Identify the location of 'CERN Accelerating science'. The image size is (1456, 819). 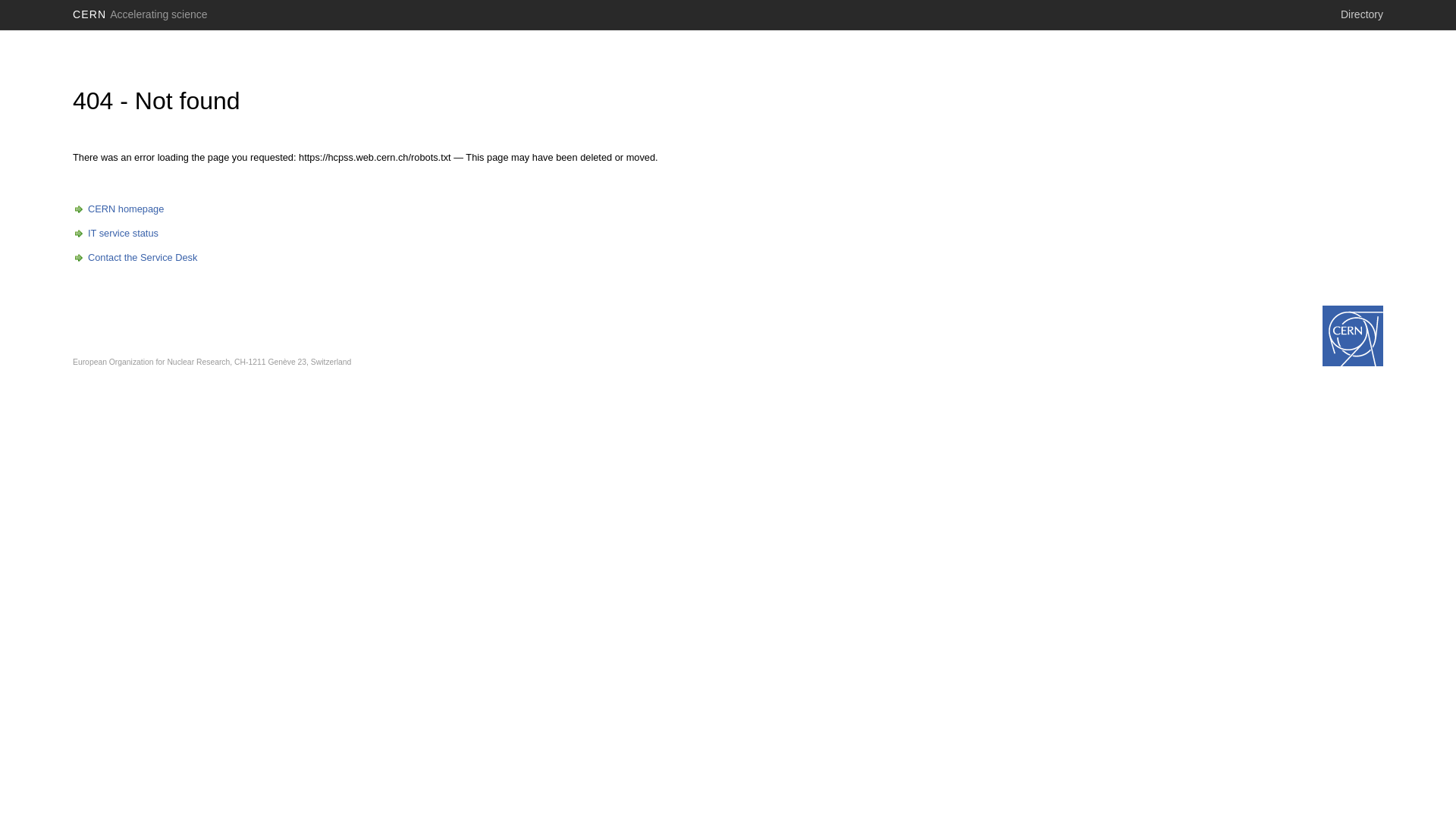
(140, 14).